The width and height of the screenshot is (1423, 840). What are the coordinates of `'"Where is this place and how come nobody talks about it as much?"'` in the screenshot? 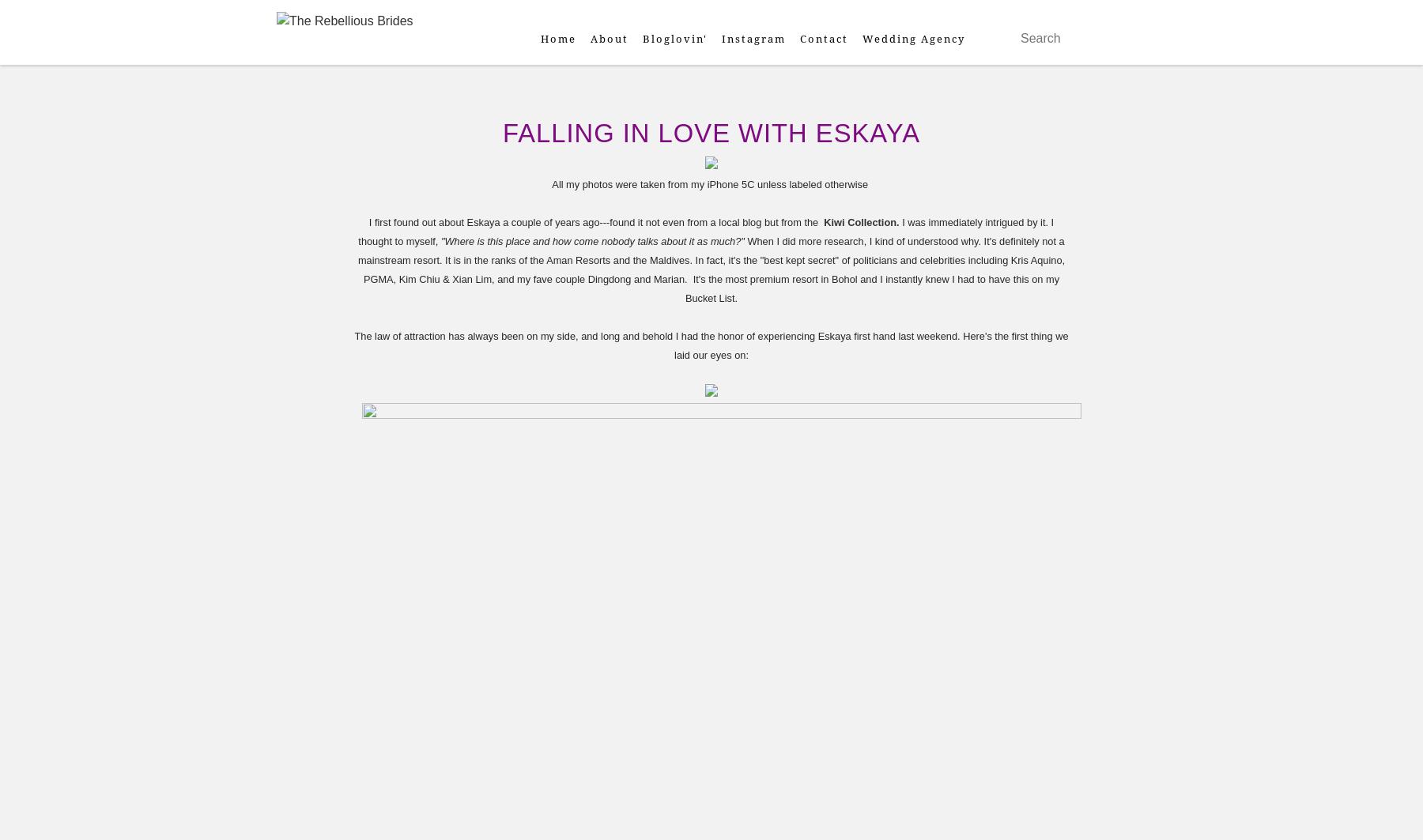 It's located at (439, 241).